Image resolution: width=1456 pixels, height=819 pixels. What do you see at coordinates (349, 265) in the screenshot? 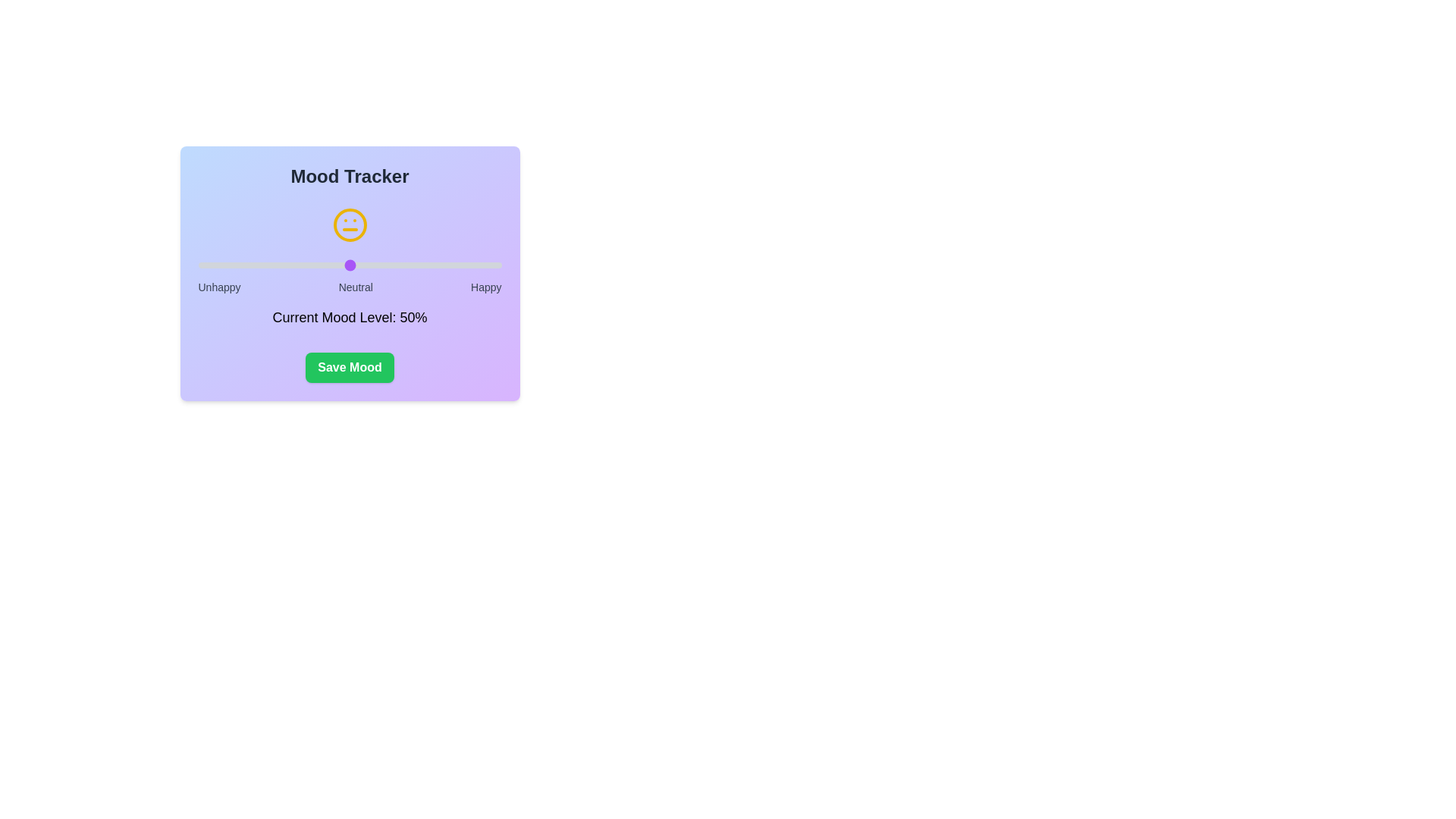
I see `the mood level to 50% using the slider` at bounding box center [349, 265].